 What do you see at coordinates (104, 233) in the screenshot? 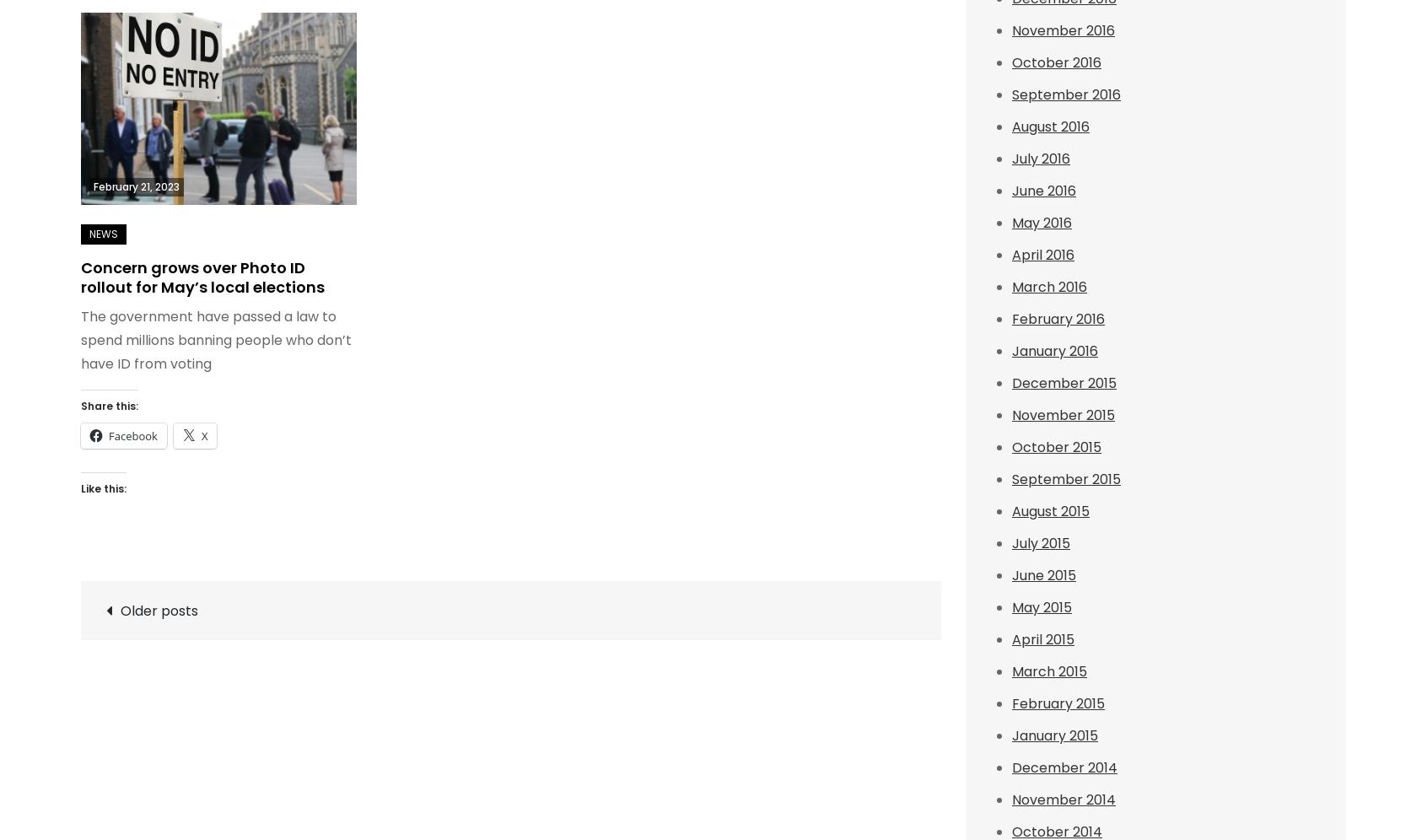
I see `'News'` at bounding box center [104, 233].